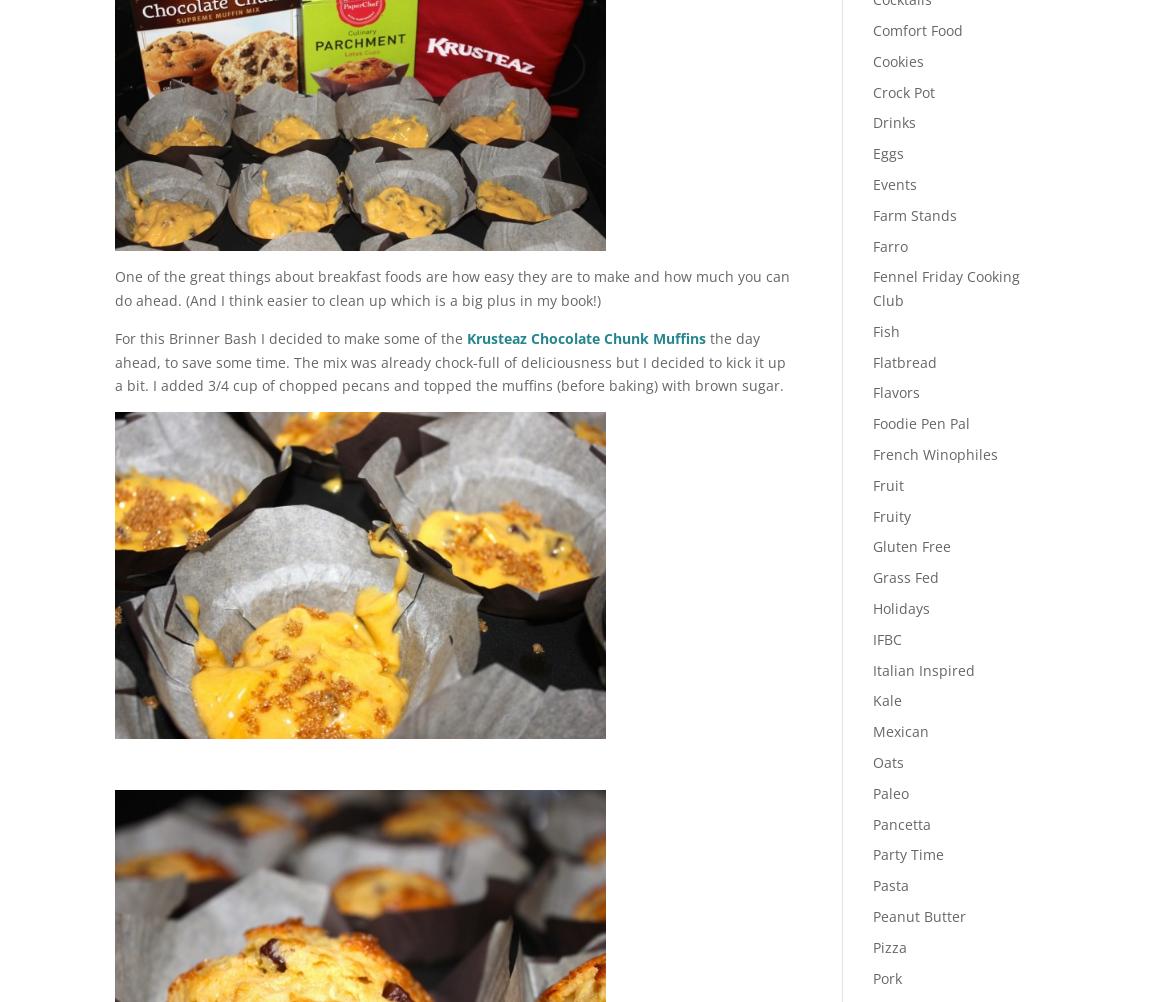  I want to click on 'Fruit', so click(887, 483).